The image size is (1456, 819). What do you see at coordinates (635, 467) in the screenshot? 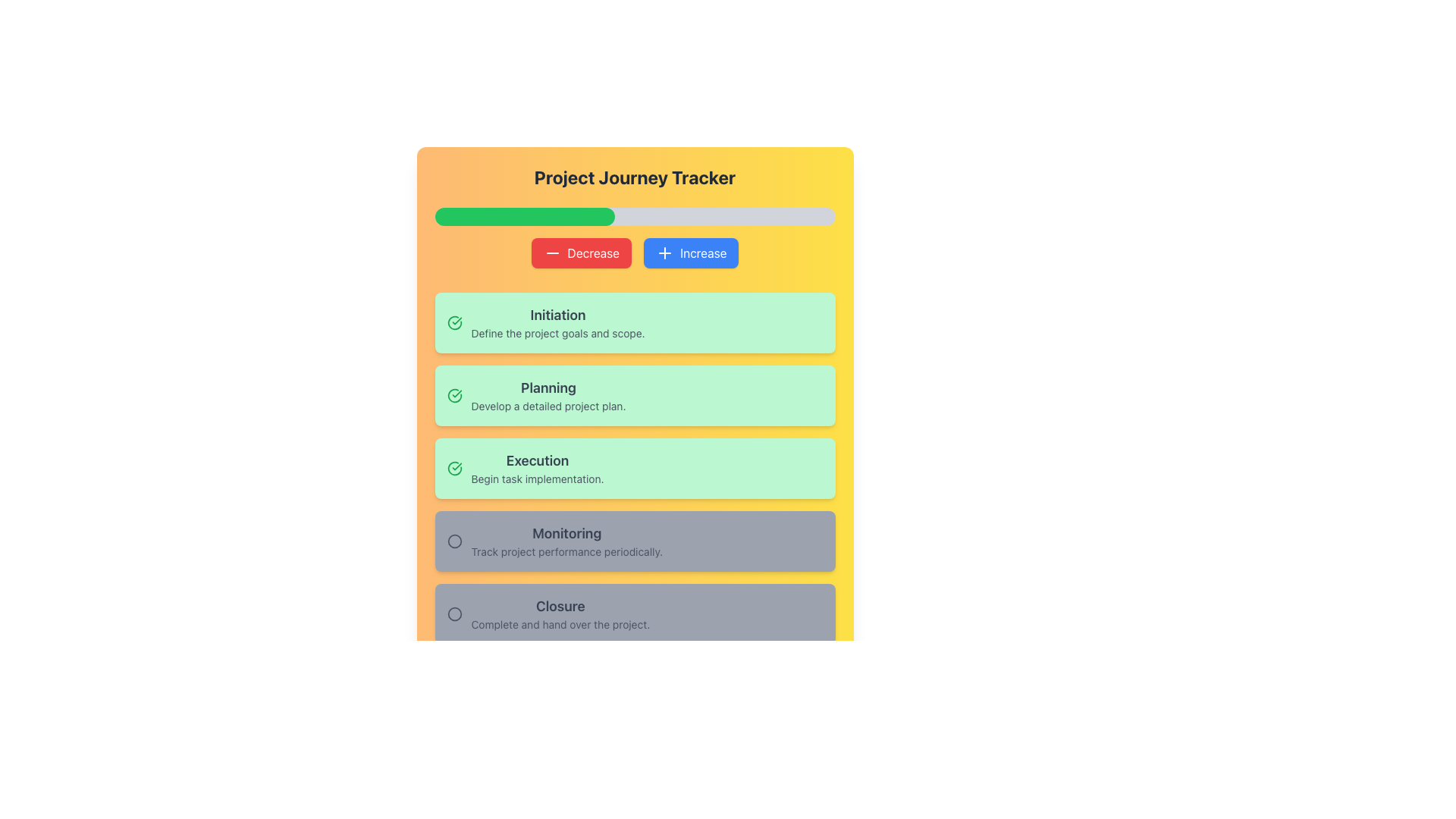
I see `the static informational card labeled 'Execution' in the process tracker that instructs to 'Begin task implementation.'` at bounding box center [635, 467].